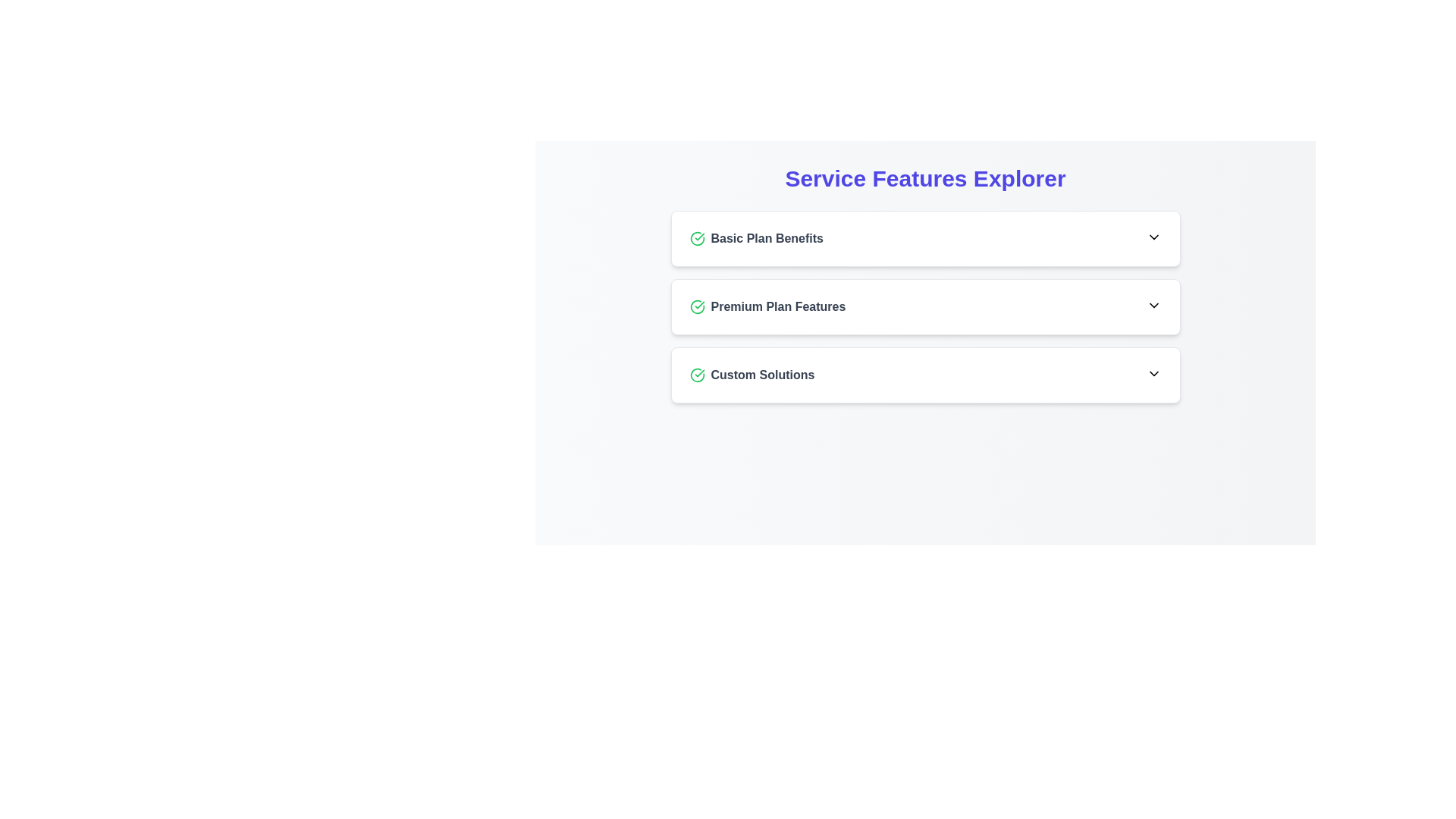 This screenshot has width=1456, height=819. I want to click on text of the label for the premium plan, which is the second item in the vertical list of options within the 'Service Features Explorer' section, so click(767, 307).